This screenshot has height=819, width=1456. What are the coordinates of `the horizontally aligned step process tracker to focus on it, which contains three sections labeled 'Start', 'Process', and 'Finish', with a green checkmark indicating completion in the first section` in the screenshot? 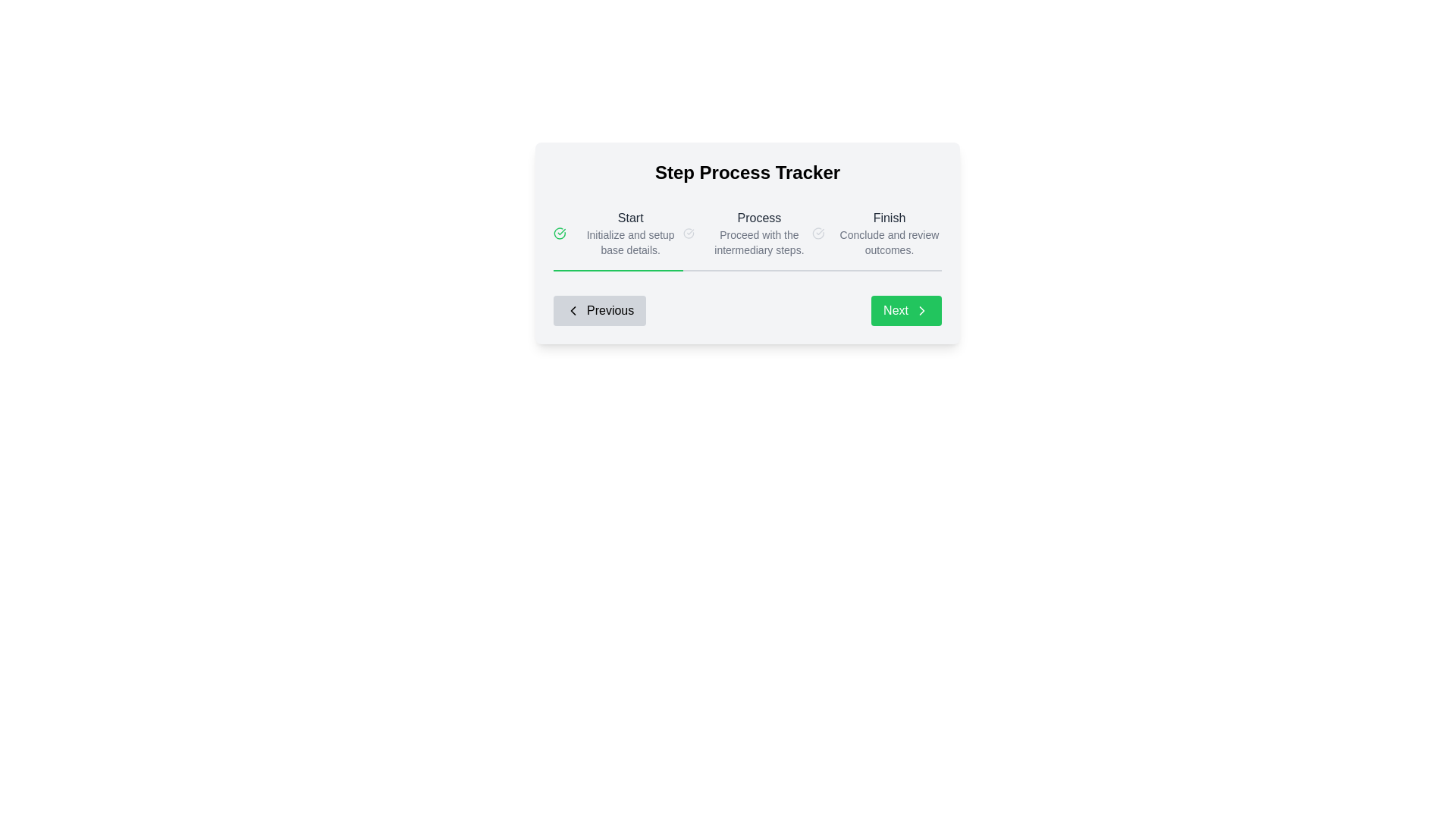 It's located at (747, 234).